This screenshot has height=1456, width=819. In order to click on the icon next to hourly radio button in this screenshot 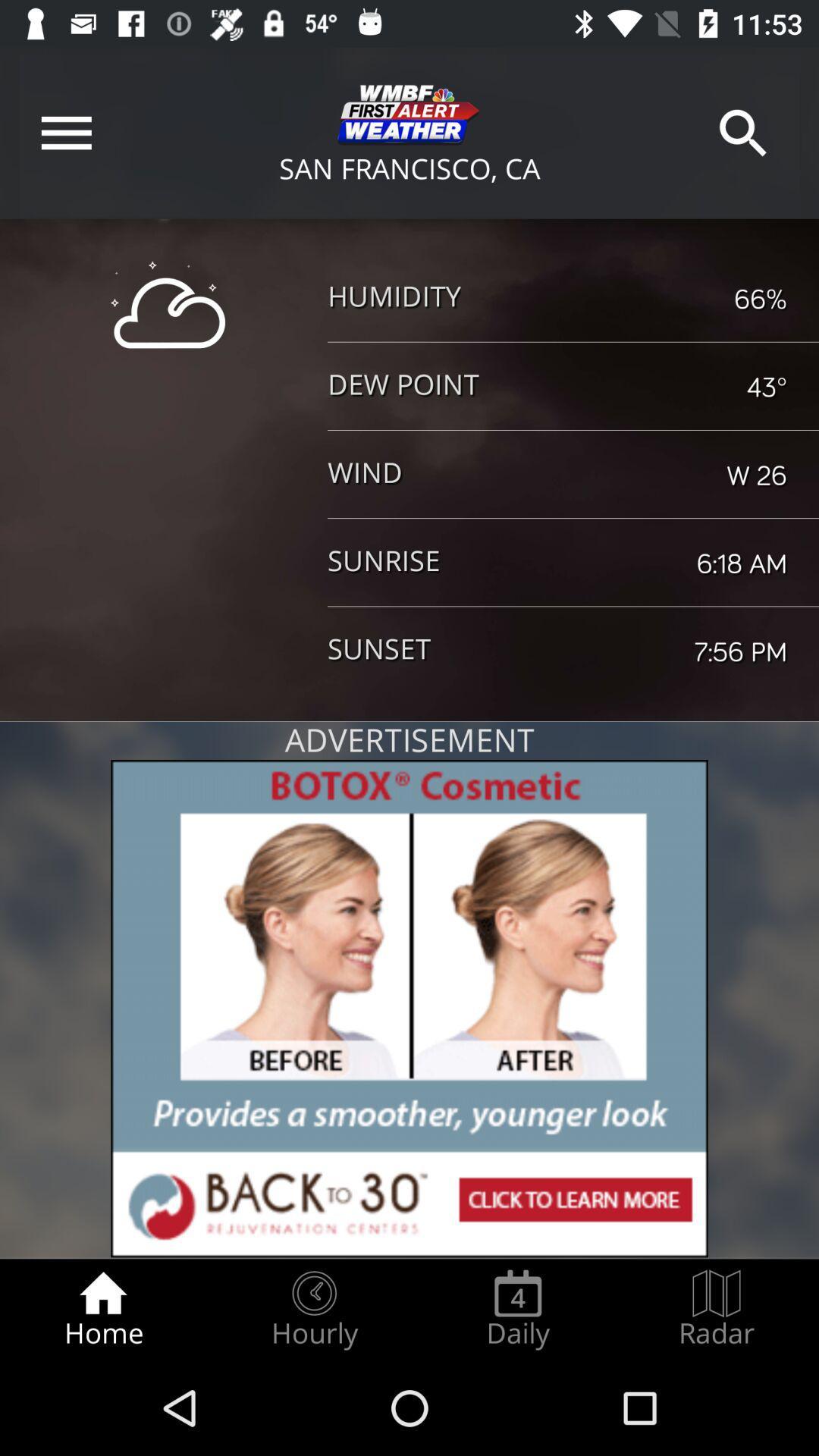, I will do `click(517, 1309)`.